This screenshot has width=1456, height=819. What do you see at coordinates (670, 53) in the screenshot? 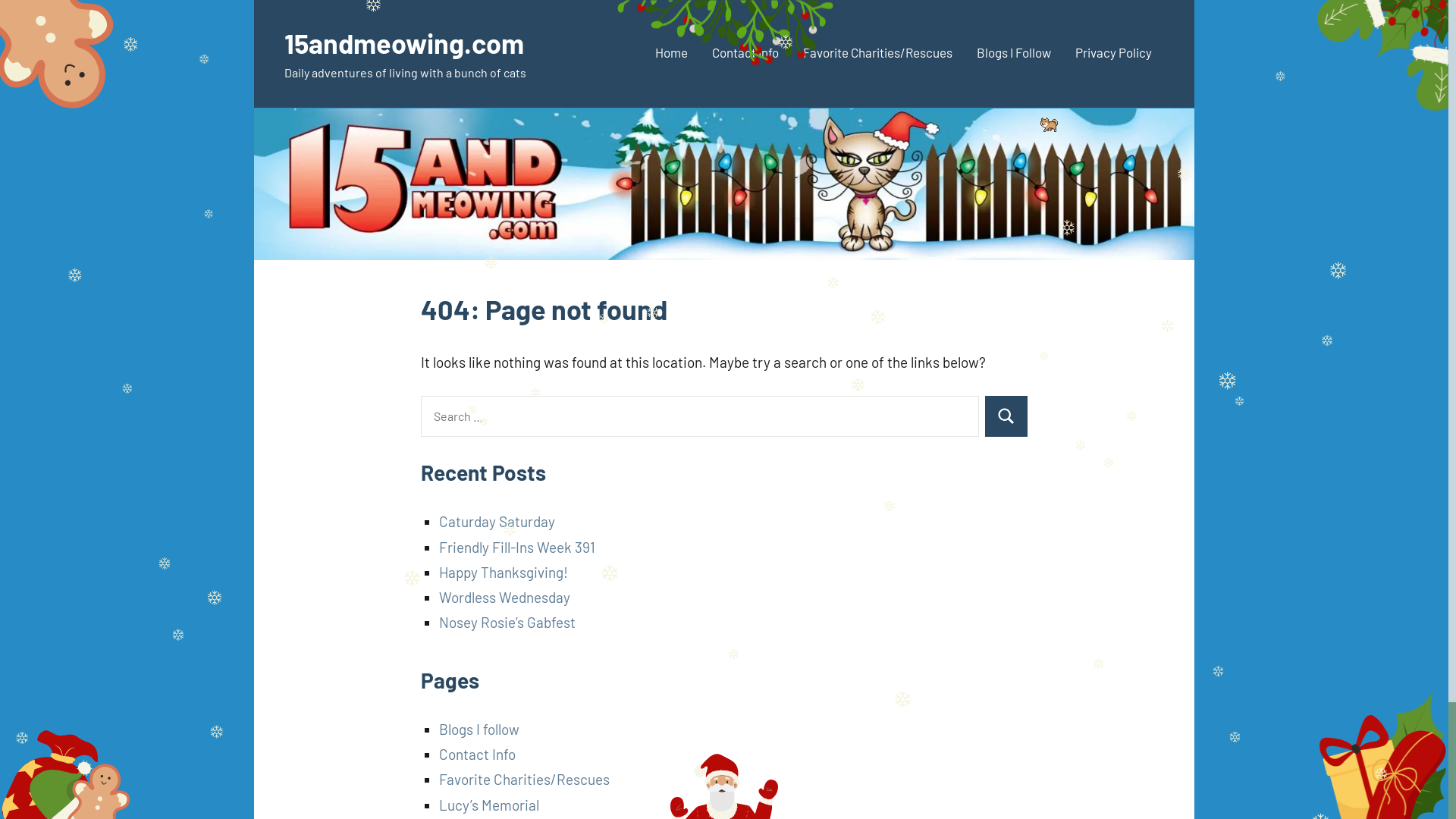
I see `'Home'` at bounding box center [670, 53].